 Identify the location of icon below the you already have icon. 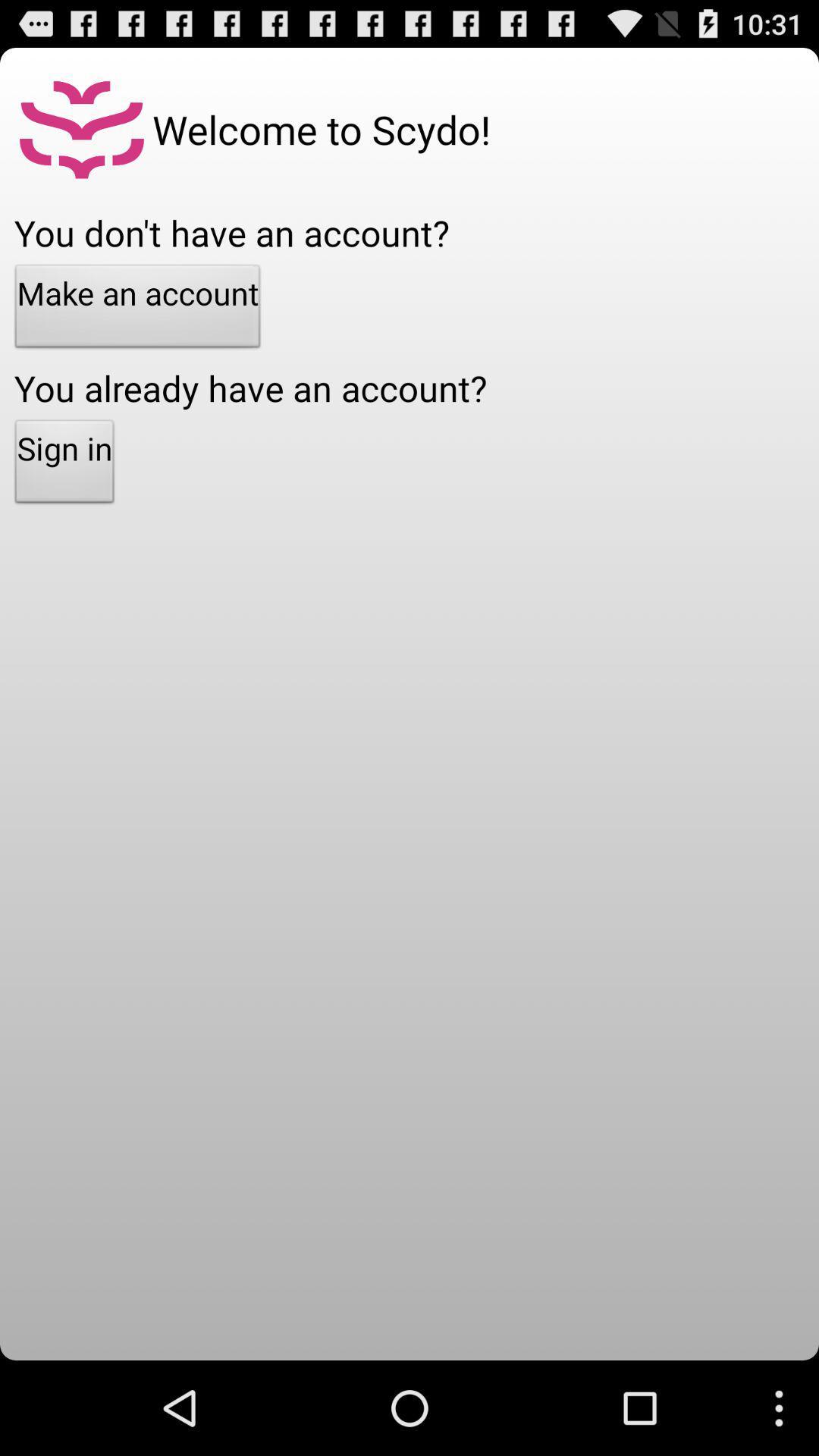
(64, 465).